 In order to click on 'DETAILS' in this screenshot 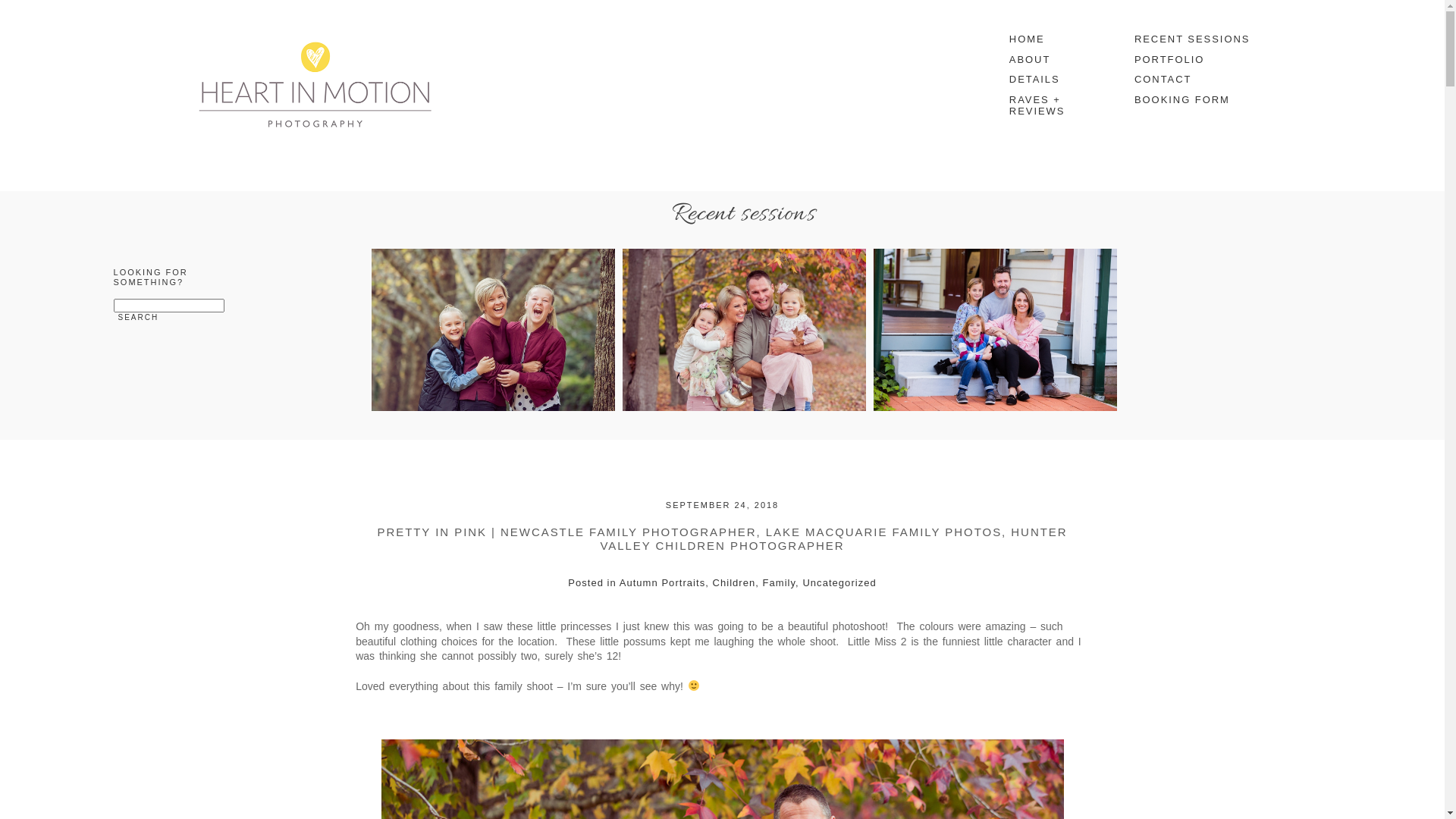, I will do `click(1054, 80)`.